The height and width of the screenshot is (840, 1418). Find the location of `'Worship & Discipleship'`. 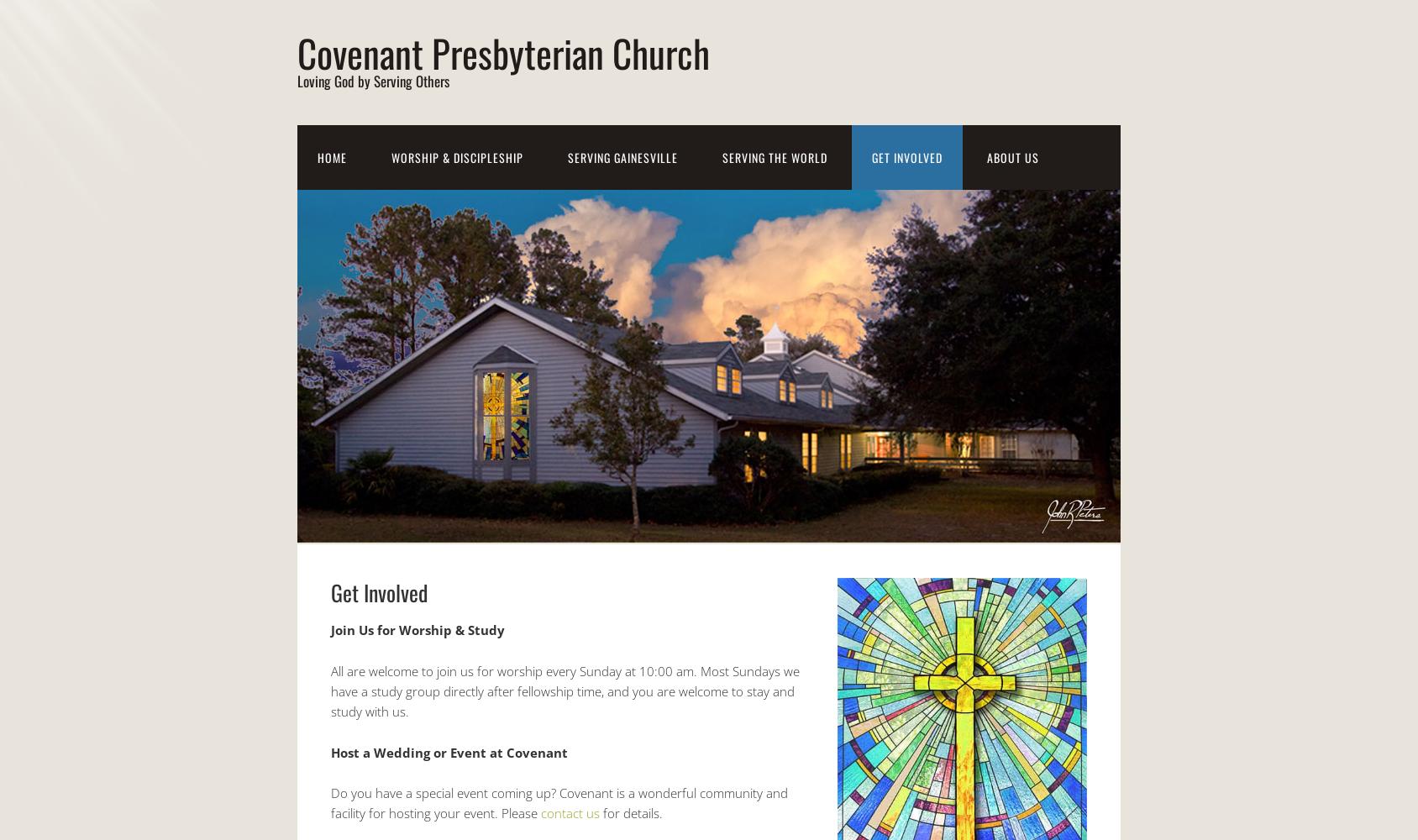

'Worship & Discipleship' is located at coordinates (457, 156).